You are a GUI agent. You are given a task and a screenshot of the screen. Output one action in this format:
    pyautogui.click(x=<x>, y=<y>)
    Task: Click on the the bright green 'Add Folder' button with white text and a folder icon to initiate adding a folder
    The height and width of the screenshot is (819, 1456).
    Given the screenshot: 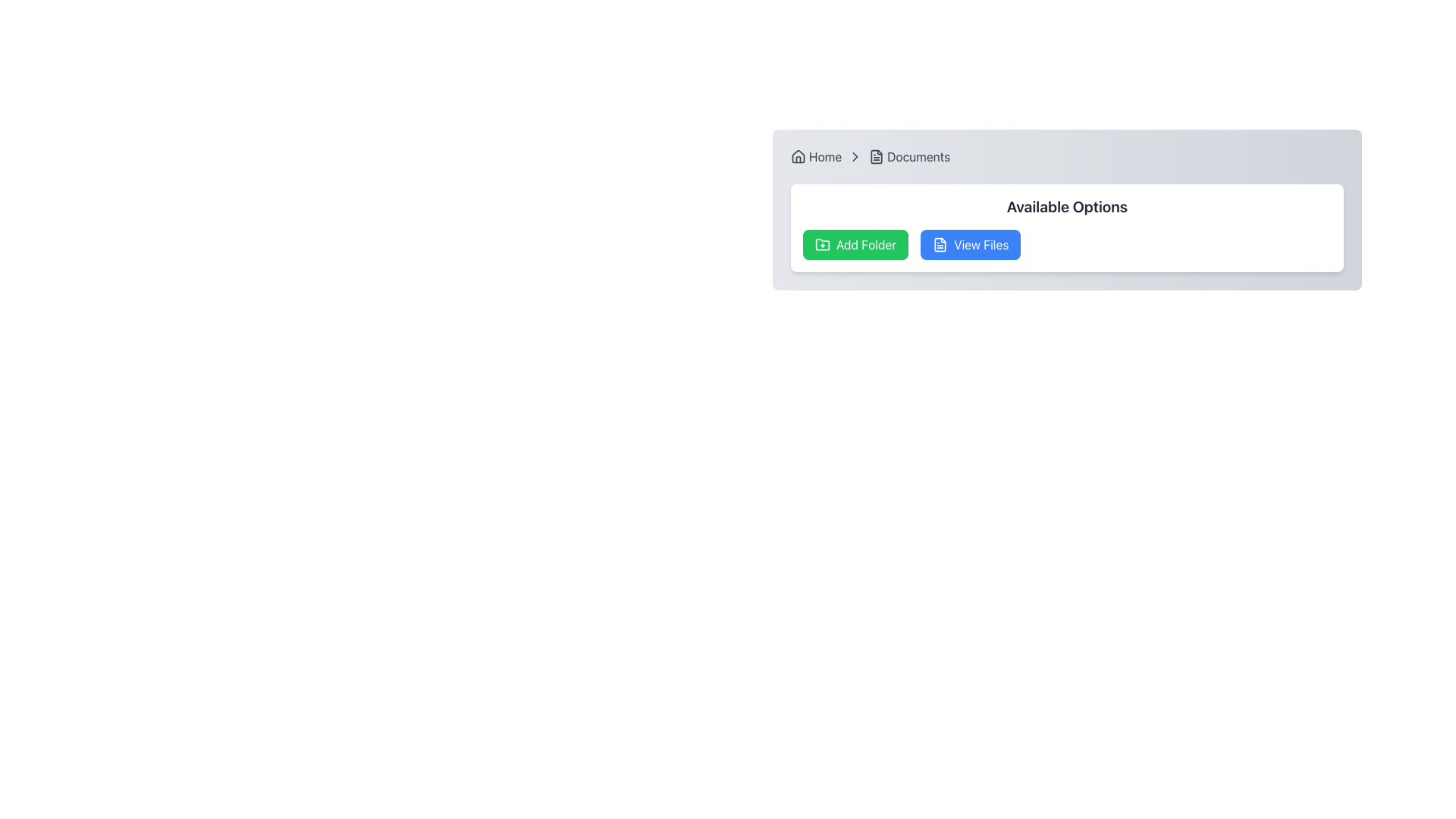 What is the action you would take?
    pyautogui.click(x=855, y=244)
    